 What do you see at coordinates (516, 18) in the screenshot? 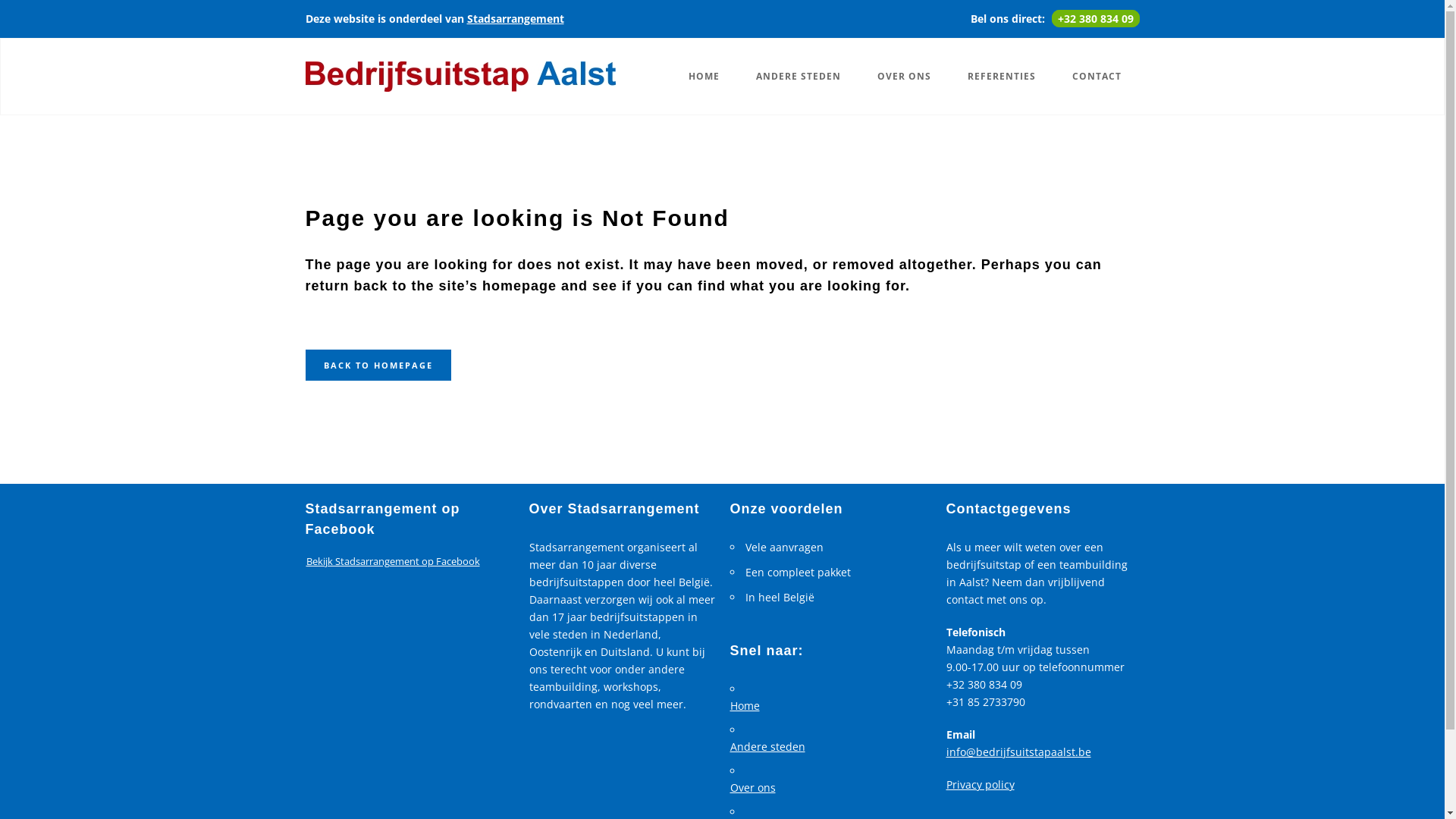
I see `'Stadsarrangement'` at bounding box center [516, 18].